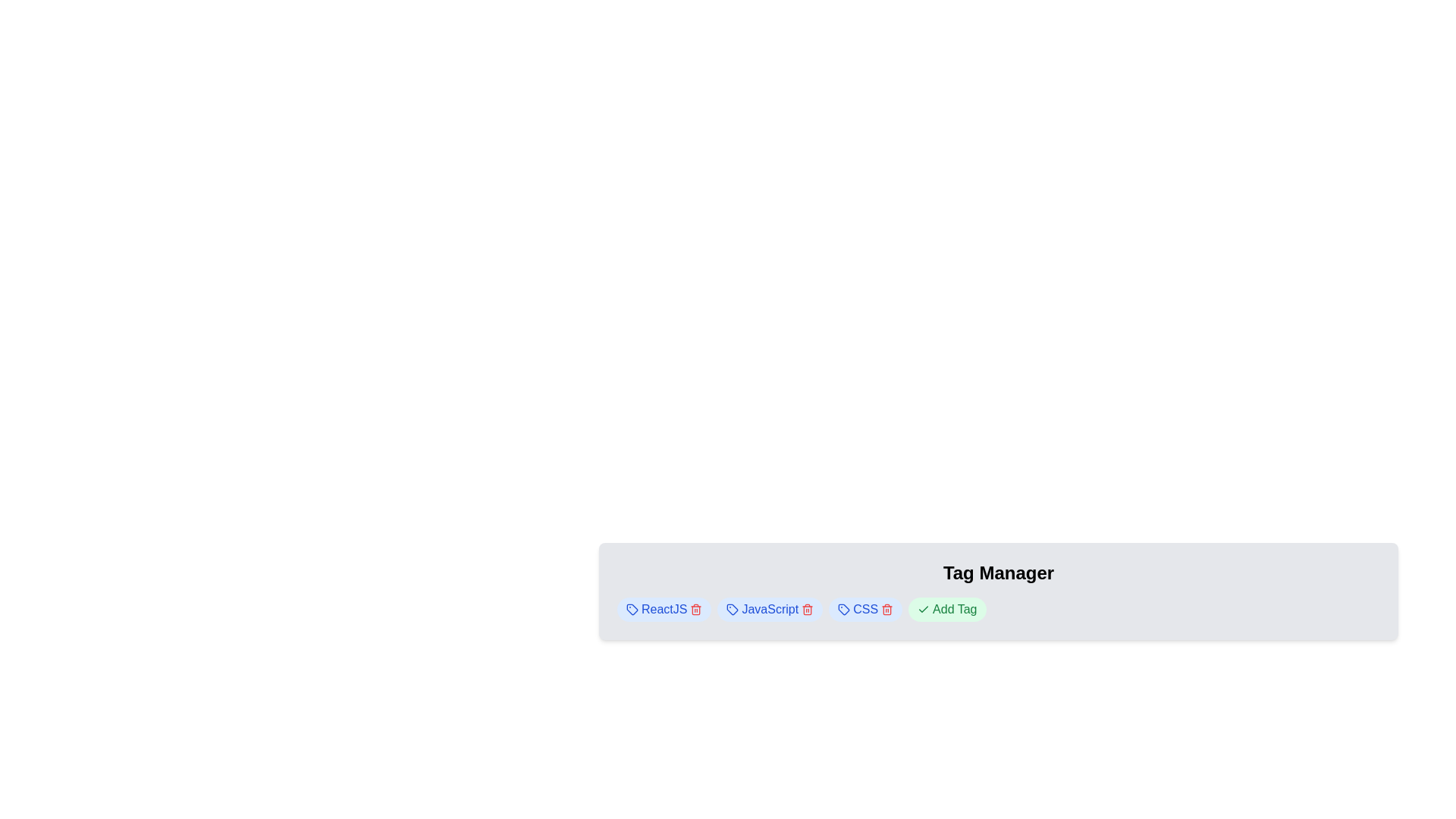 This screenshot has height=819, width=1456. What do you see at coordinates (954, 608) in the screenshot?
I see `the 'Add Tag' text label displayed in green, which is part of a button-like element with a light green background, located near the bottom-right of the interface` at bounding box center [954, 608].